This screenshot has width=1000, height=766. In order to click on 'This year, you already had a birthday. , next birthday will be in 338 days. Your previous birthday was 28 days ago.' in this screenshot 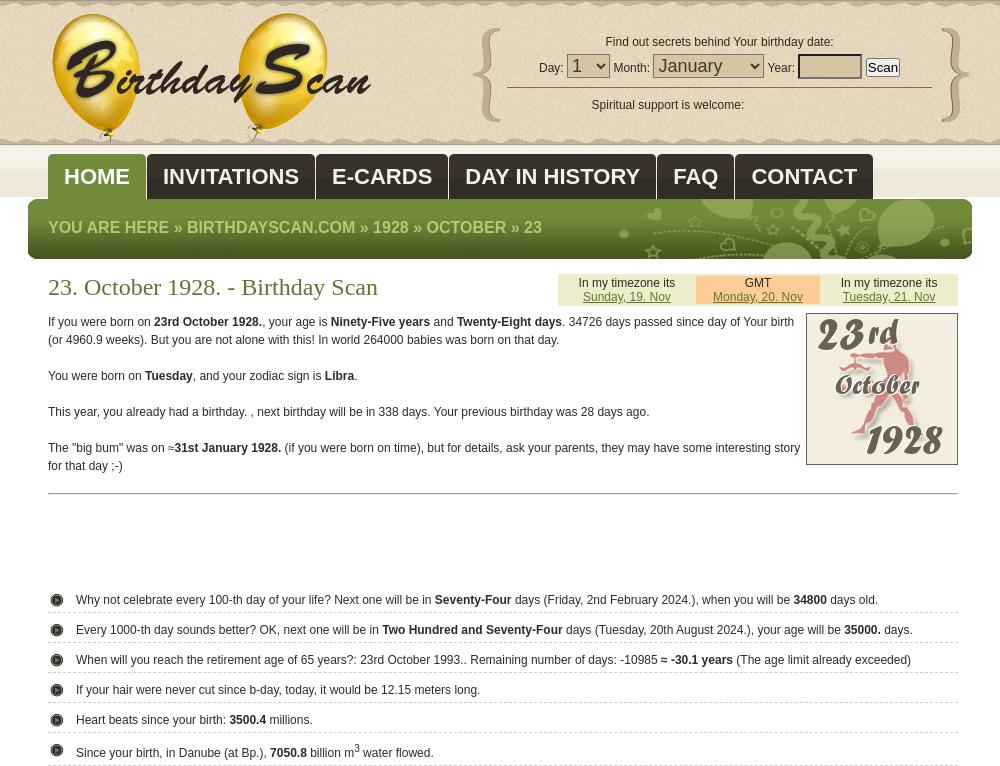, I will do `click(347, 411)`.